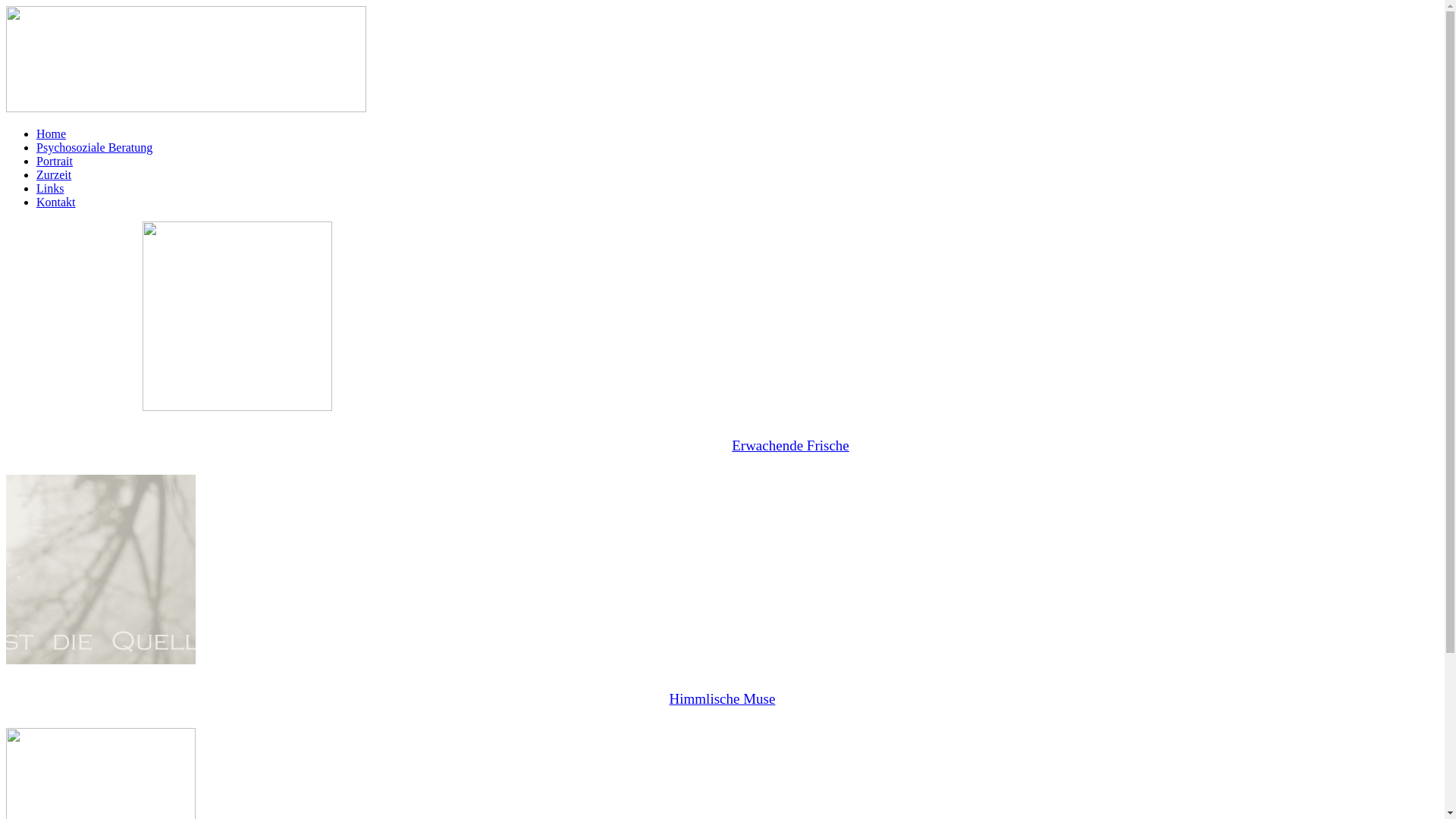 Image resolution: width=1456 pixels, height=819 pixels. I want to click on 'Portrait', so click(36, 161).